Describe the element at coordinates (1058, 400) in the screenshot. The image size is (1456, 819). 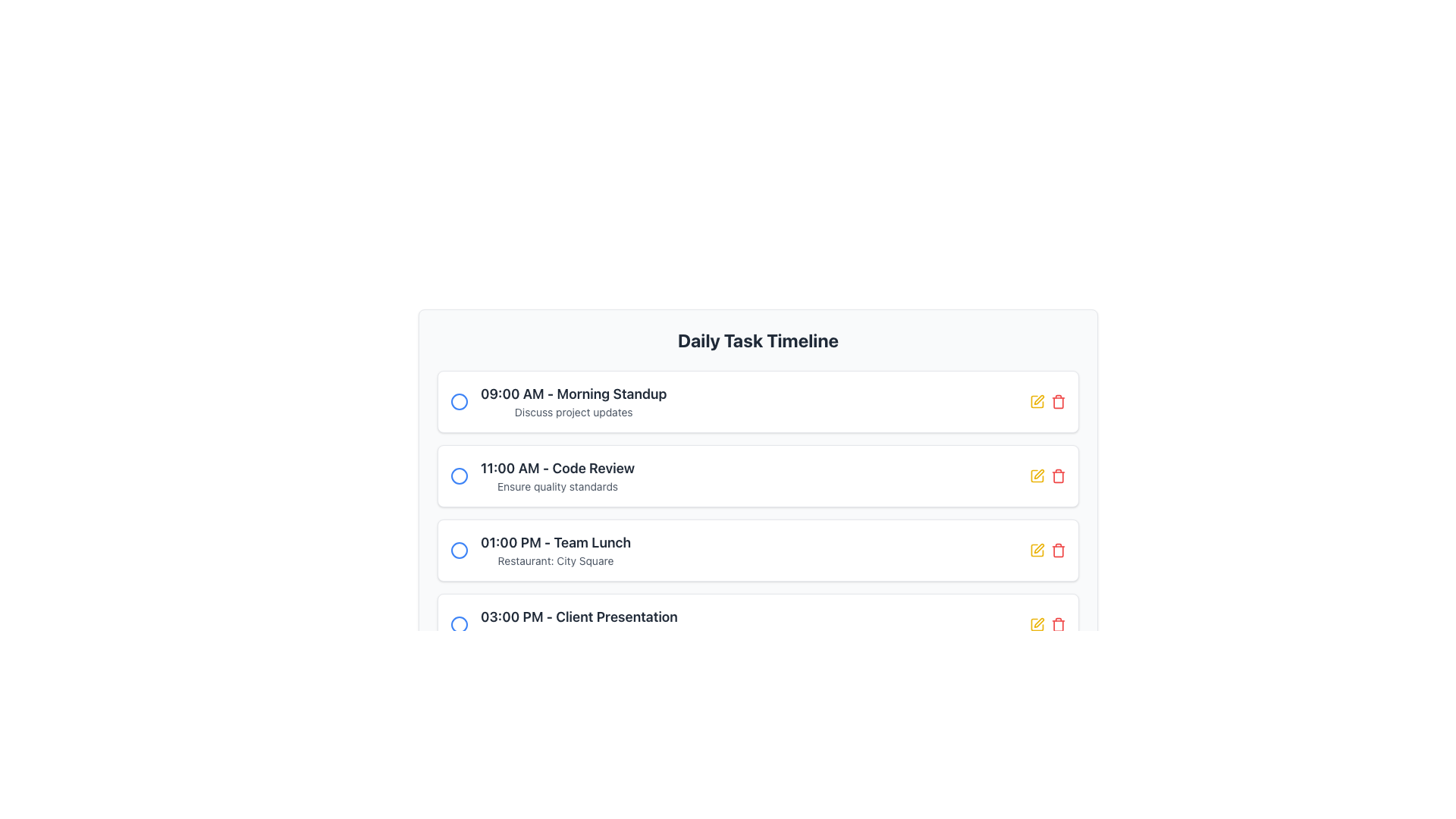
I see `the red trash can icon located as the second icon in the action buttons next to the second item in the Daily Task Timeline` at that location.